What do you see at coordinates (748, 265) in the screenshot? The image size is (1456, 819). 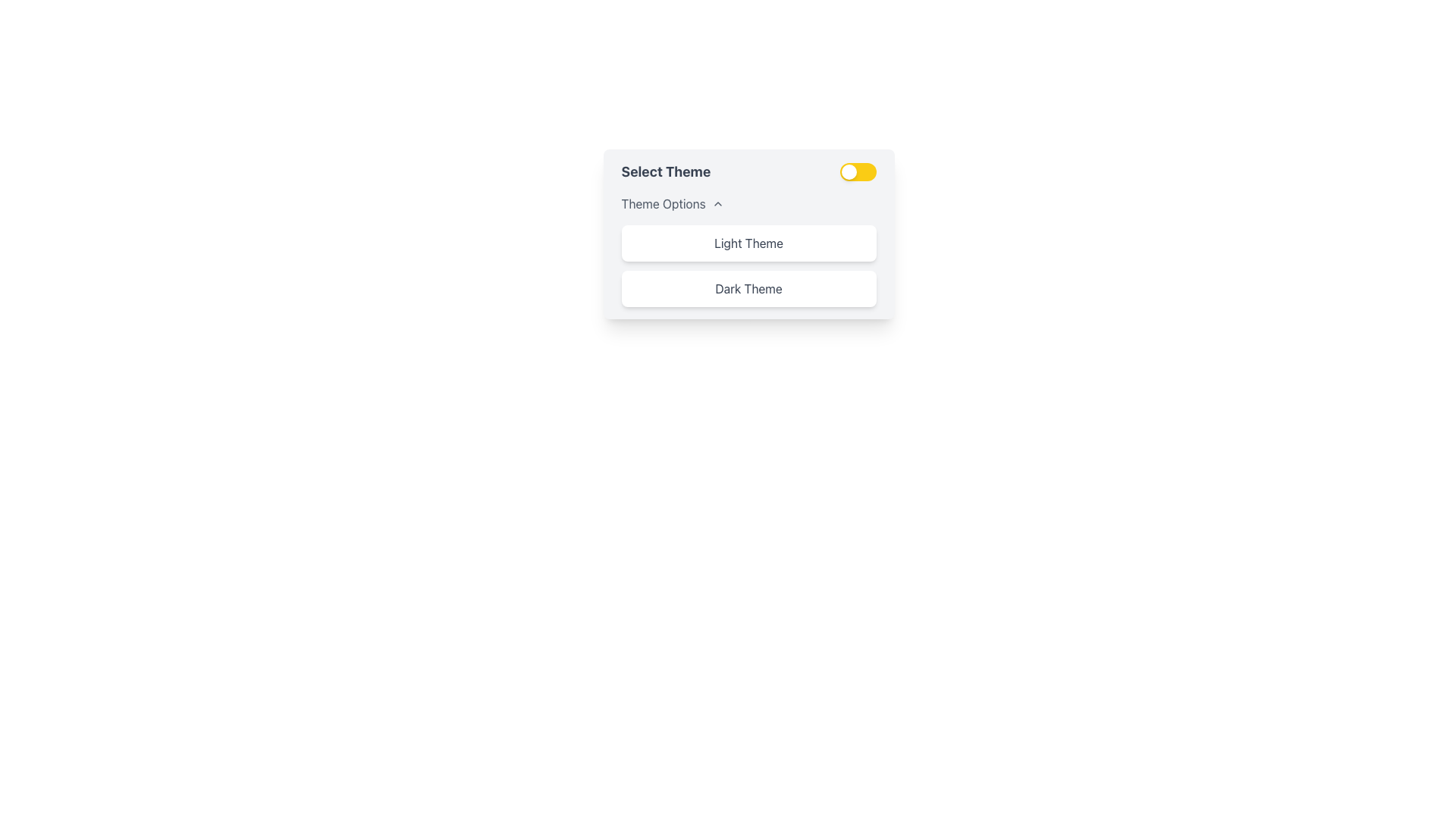 I see `the Option Group element located beneath the 'Theme Options' label in the 'Select Theme' section, which allows the user` at bounding box center [748, 265].